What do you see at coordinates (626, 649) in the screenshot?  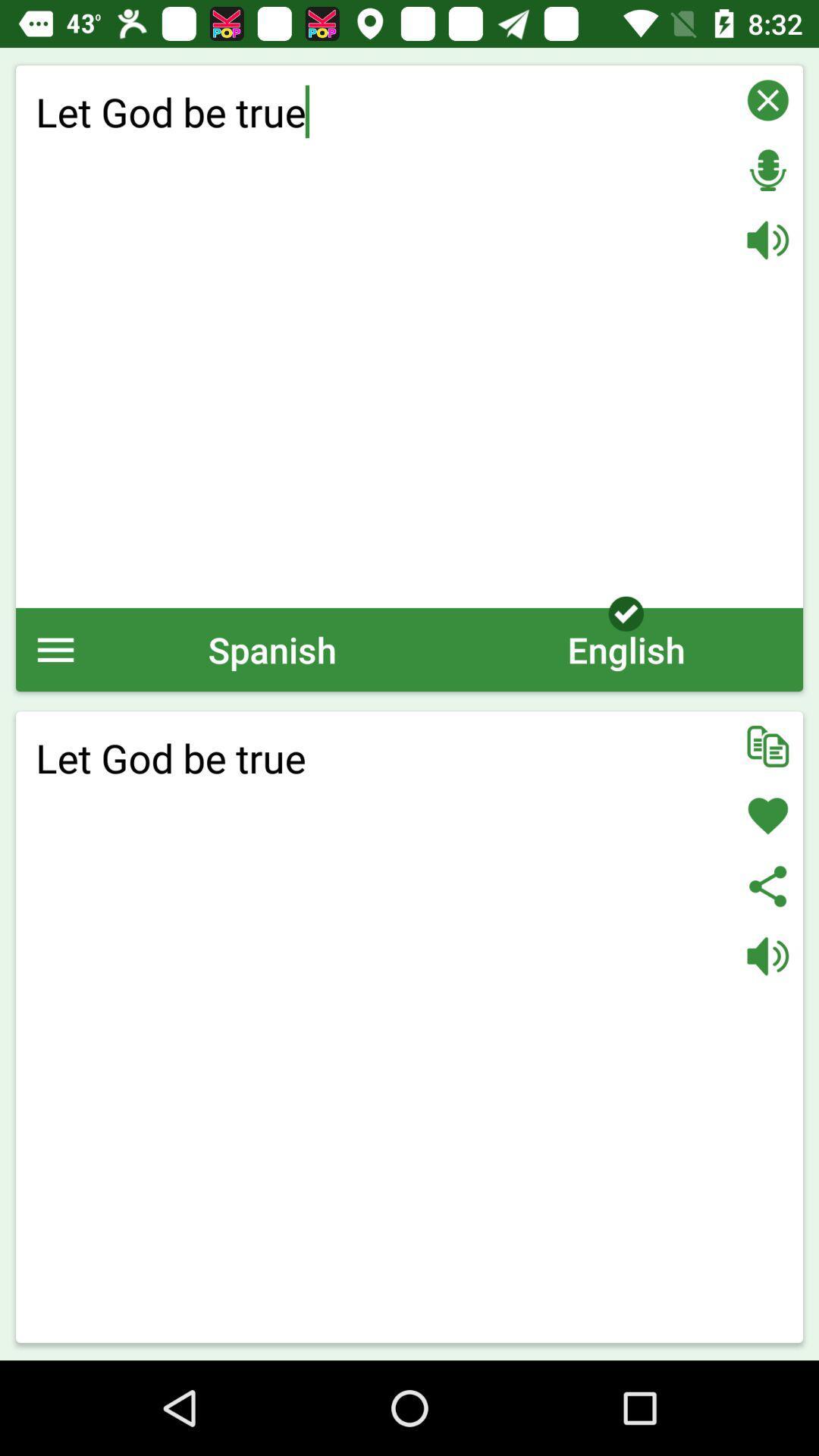 I see `the icon above the let god be` at bounding box center [626, 649].